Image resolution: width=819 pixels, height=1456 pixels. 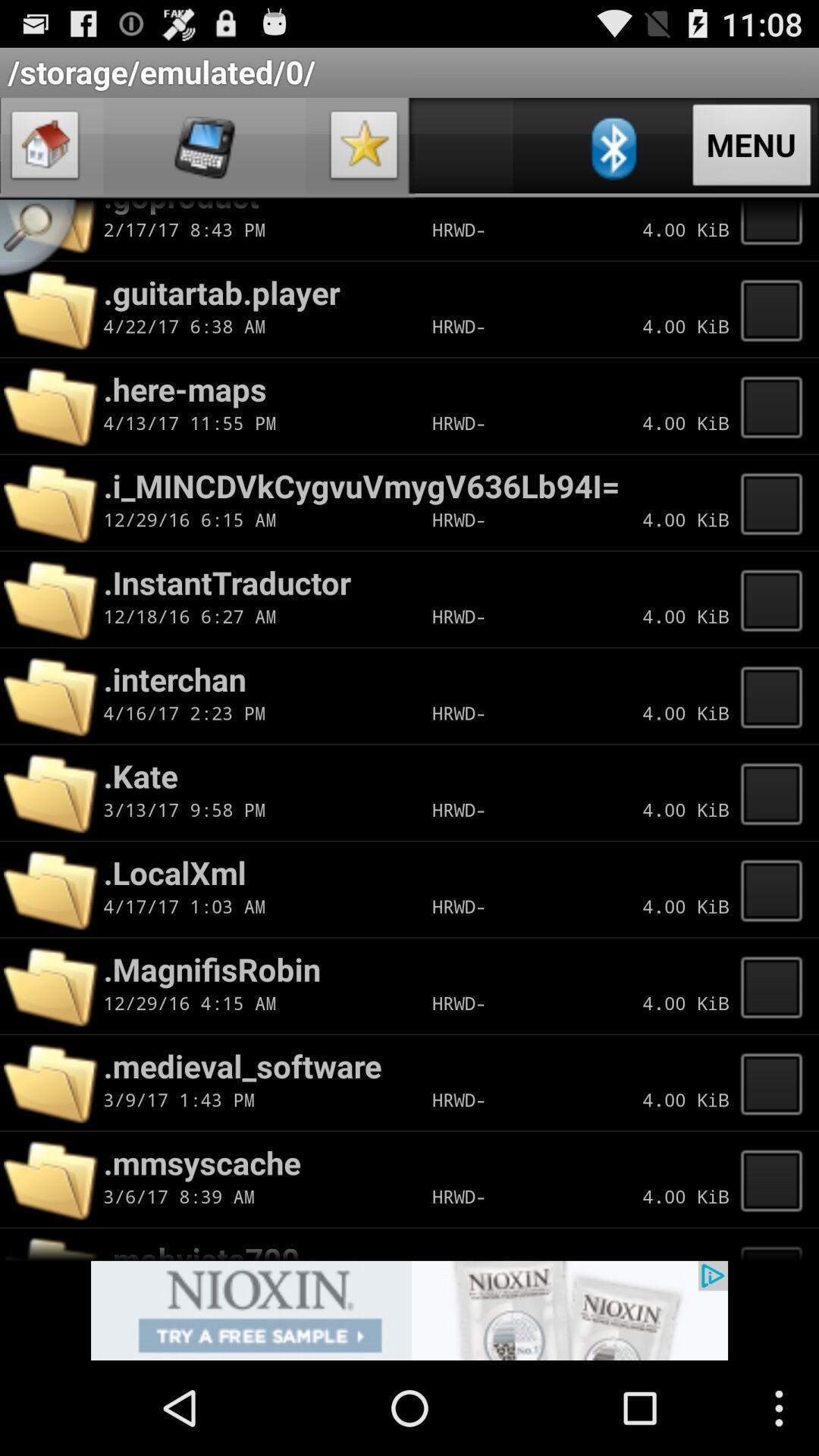 I want to click on open search bar, so click(x=42, y=243).